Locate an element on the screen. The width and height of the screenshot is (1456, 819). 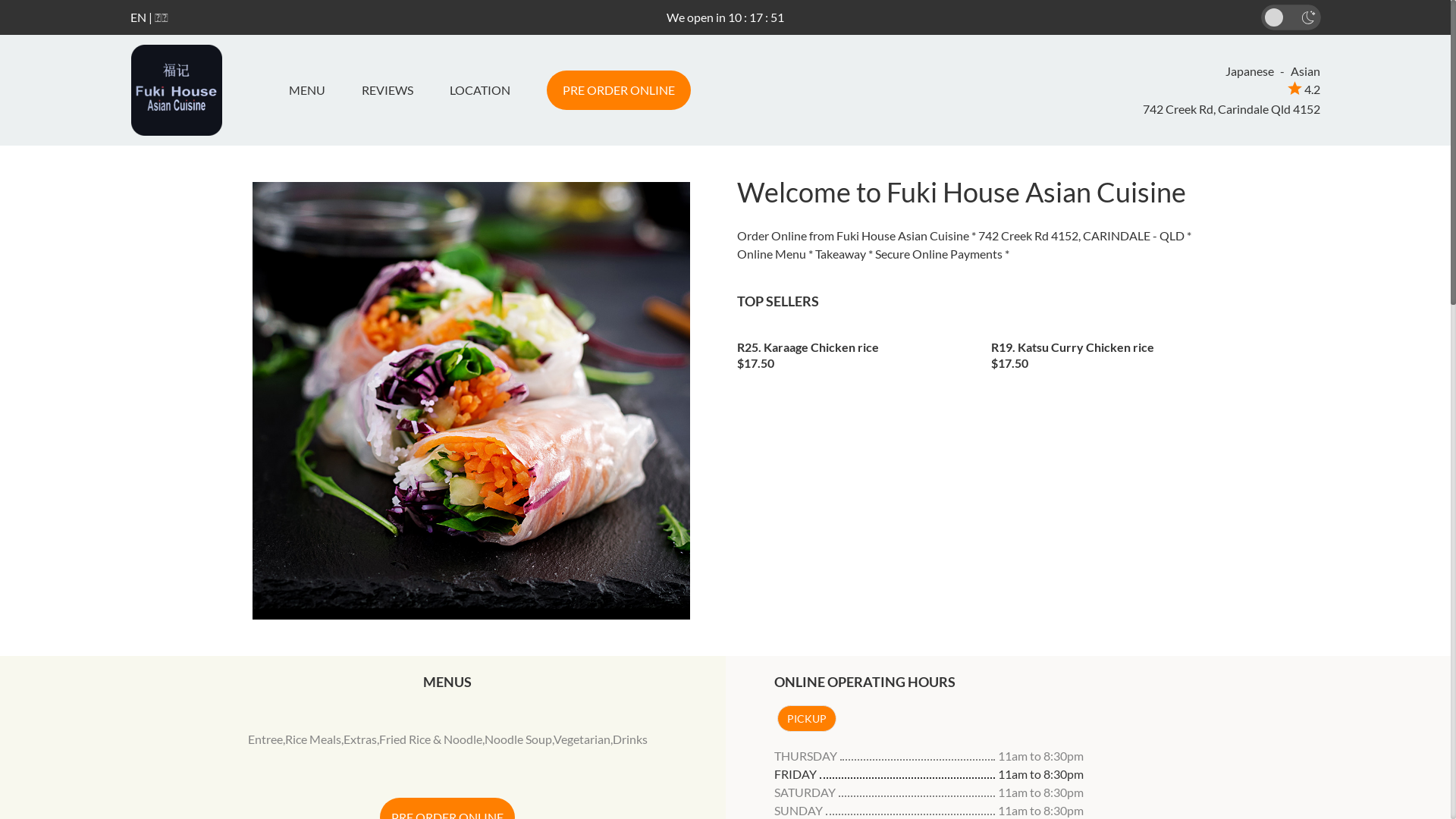
'Extras' is located at coordinates (359, 738).